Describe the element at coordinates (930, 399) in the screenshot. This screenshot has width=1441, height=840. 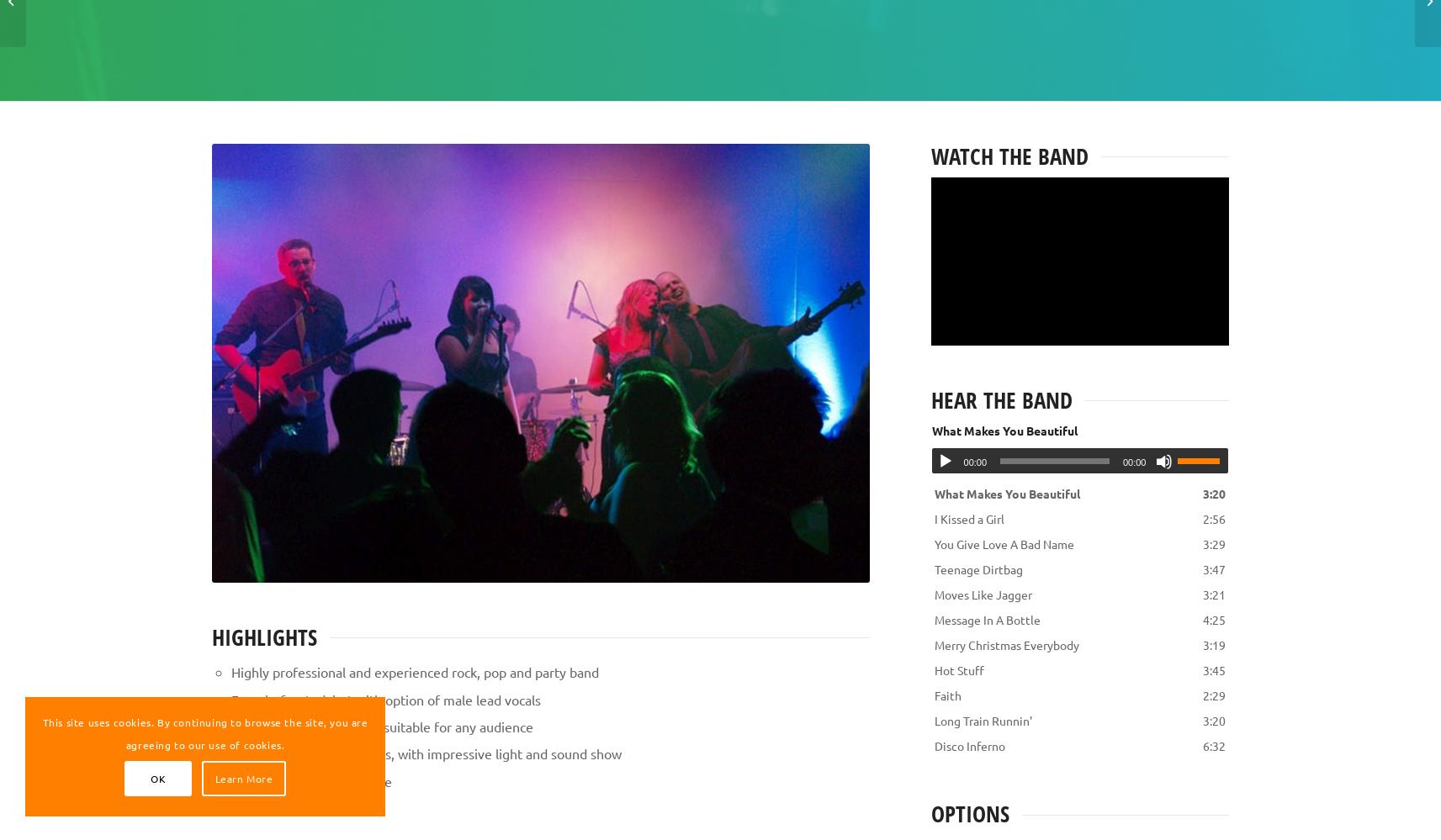
I see `'Hear the band'` at that location.